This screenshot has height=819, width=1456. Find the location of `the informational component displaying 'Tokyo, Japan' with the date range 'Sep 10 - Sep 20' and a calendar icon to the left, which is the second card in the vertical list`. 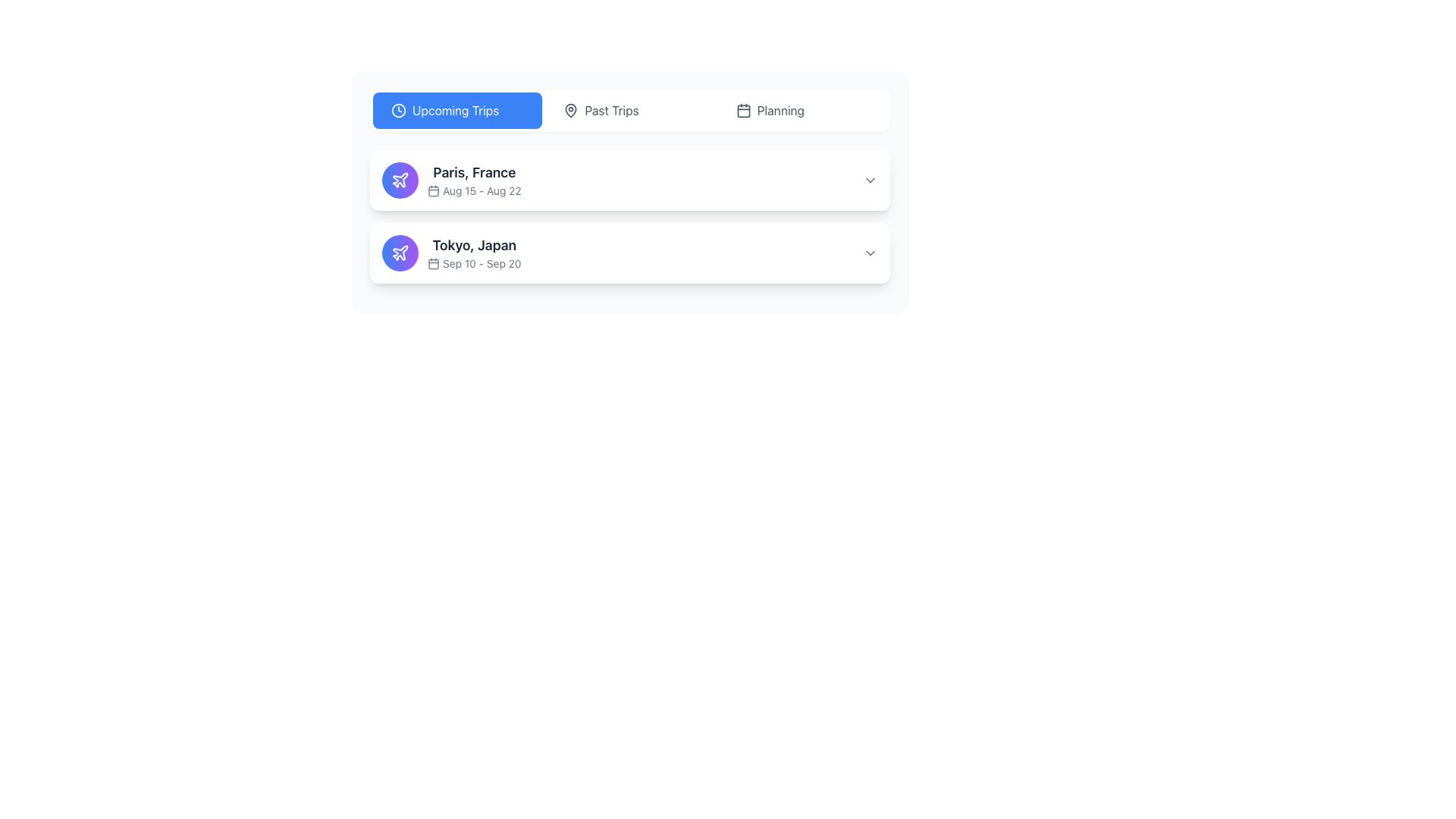

the informational component displaying 'Tokyo, Japan' with the date range 'Sep 10 - Sep 20' and a calendar icon to the left, which is the second card in the vertical list is located at coordinates (473, 253).